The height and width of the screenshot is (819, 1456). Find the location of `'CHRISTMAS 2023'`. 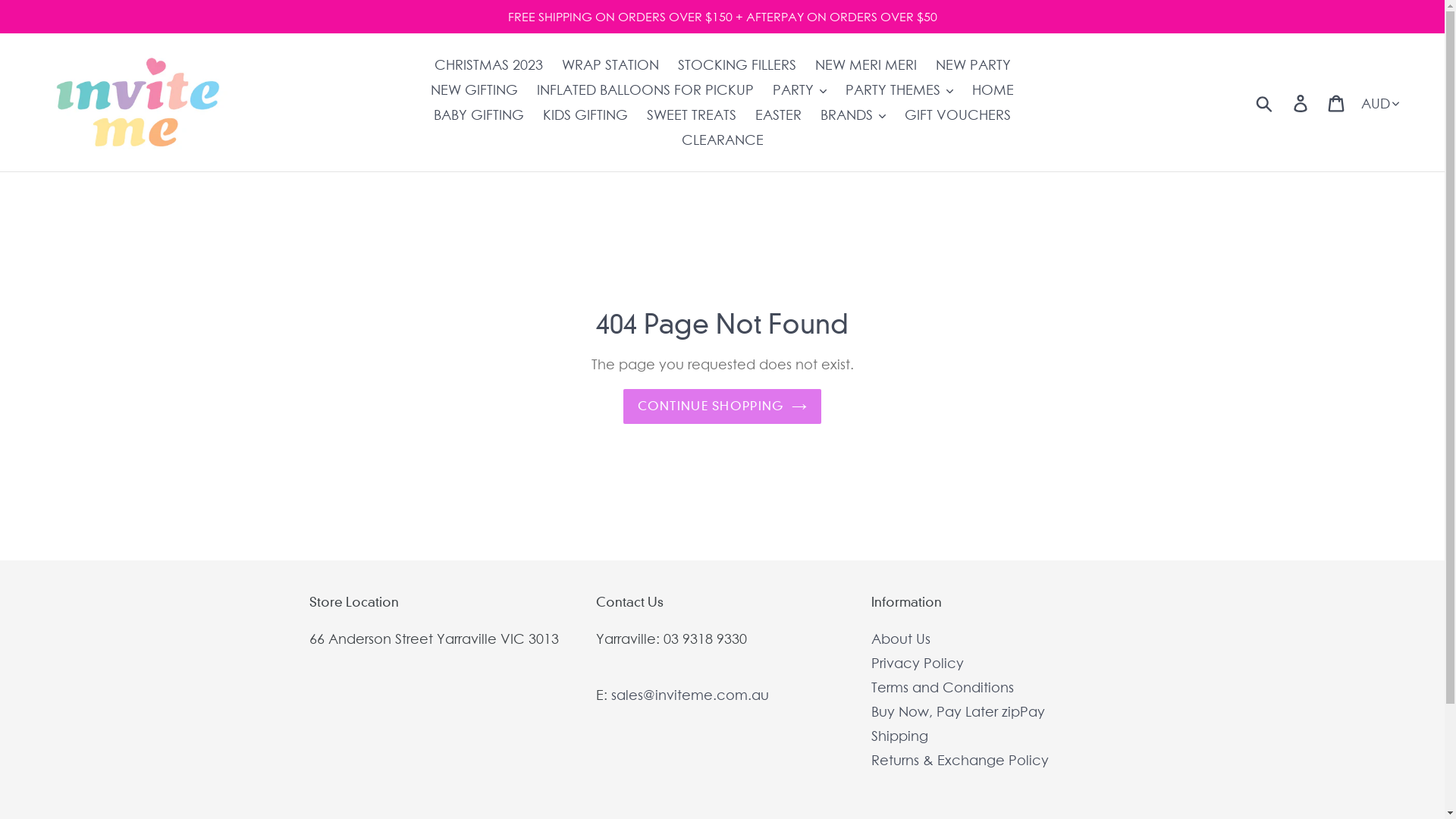

'CHRISTMAS 2023' is located at coordinates (488, 64).